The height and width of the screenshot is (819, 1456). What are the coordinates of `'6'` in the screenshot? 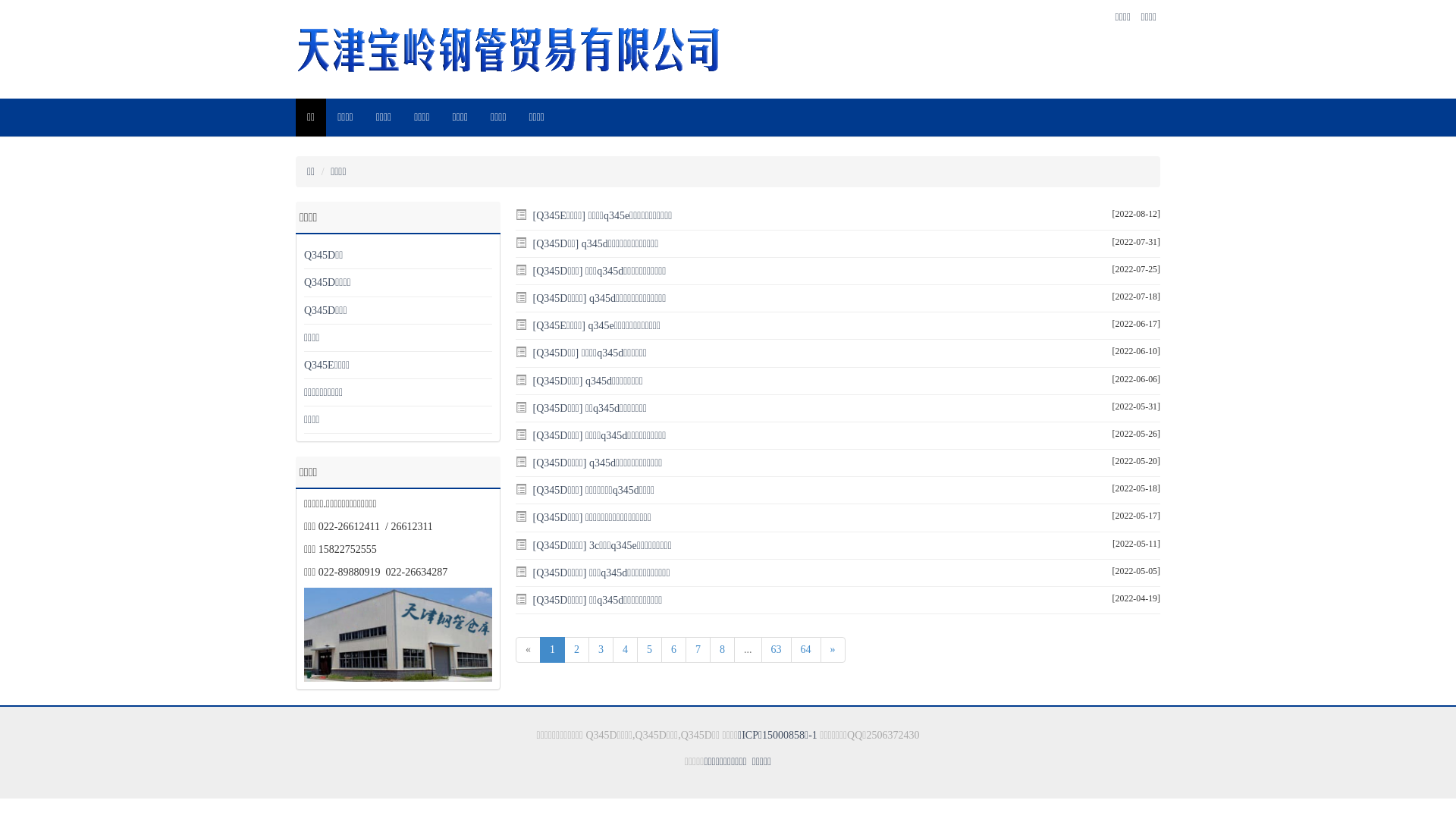 It's located at (673, 648).